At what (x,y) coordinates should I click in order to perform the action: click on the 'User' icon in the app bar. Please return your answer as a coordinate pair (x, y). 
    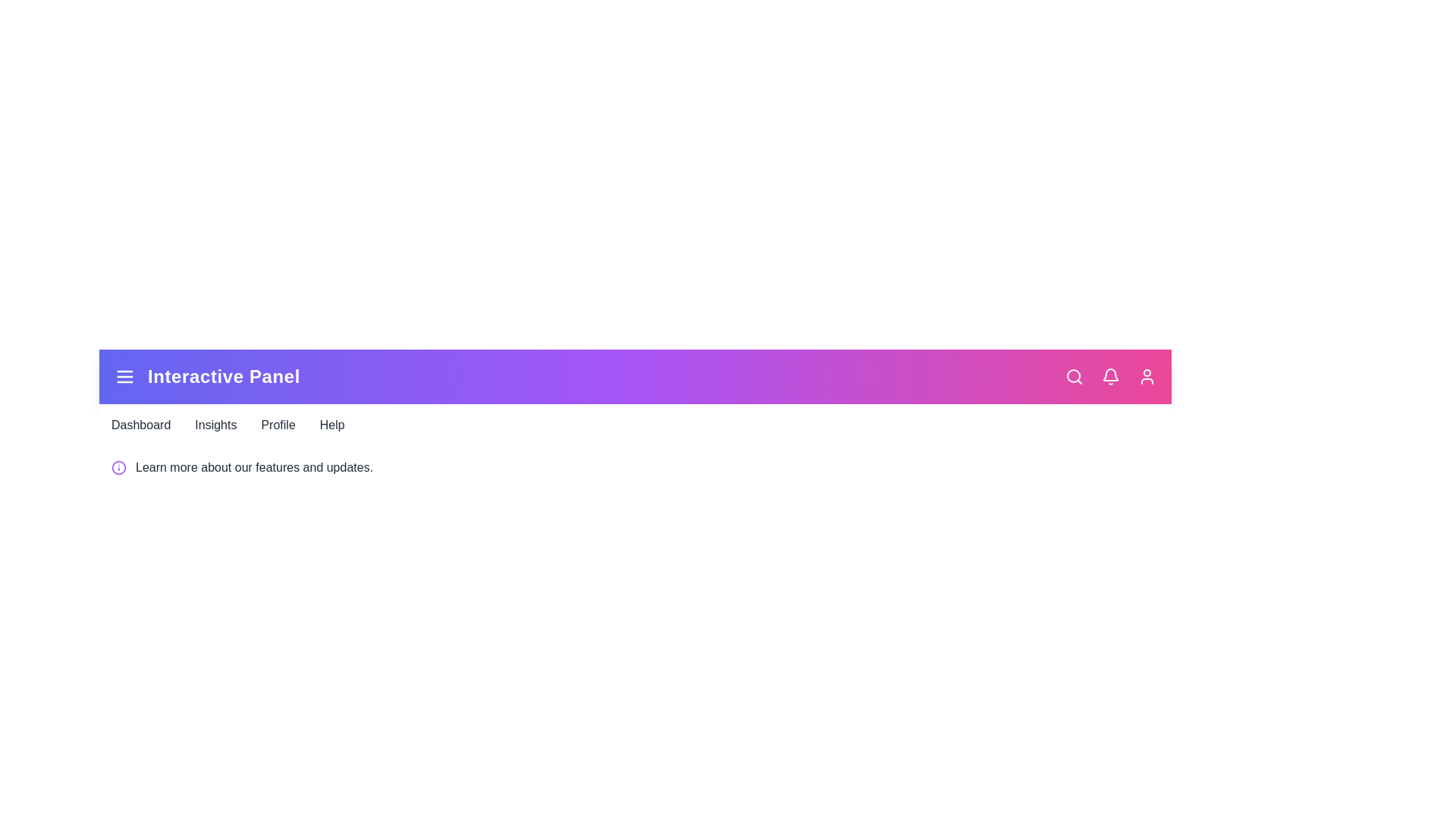
    Looking at the image, I should click on (1147, 376).